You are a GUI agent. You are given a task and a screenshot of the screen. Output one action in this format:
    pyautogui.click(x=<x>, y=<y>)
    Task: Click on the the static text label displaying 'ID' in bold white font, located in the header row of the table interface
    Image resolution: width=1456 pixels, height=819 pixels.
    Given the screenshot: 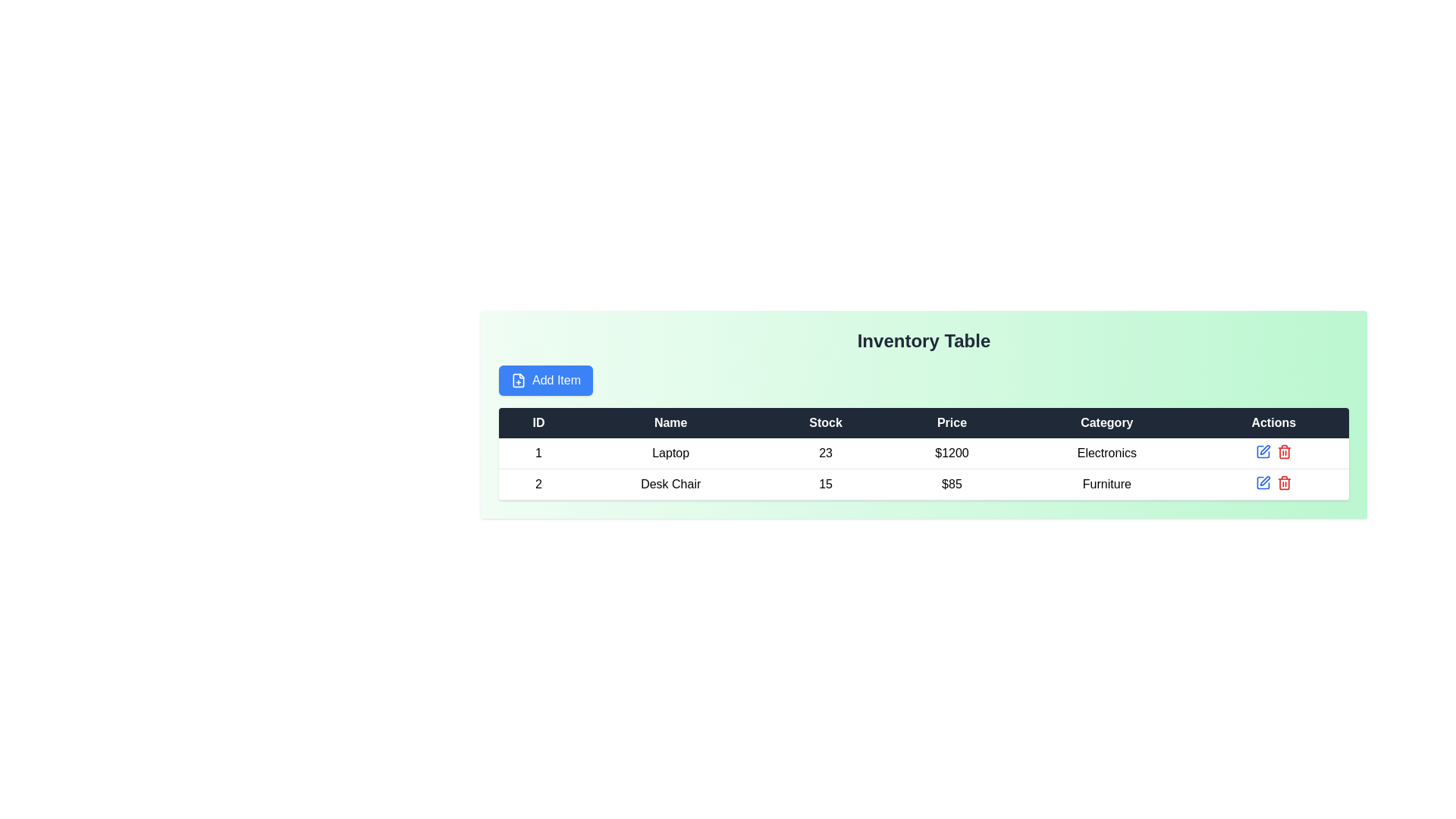 What is the action you would take?
    pyautogui.click(x=538, y=423)
    